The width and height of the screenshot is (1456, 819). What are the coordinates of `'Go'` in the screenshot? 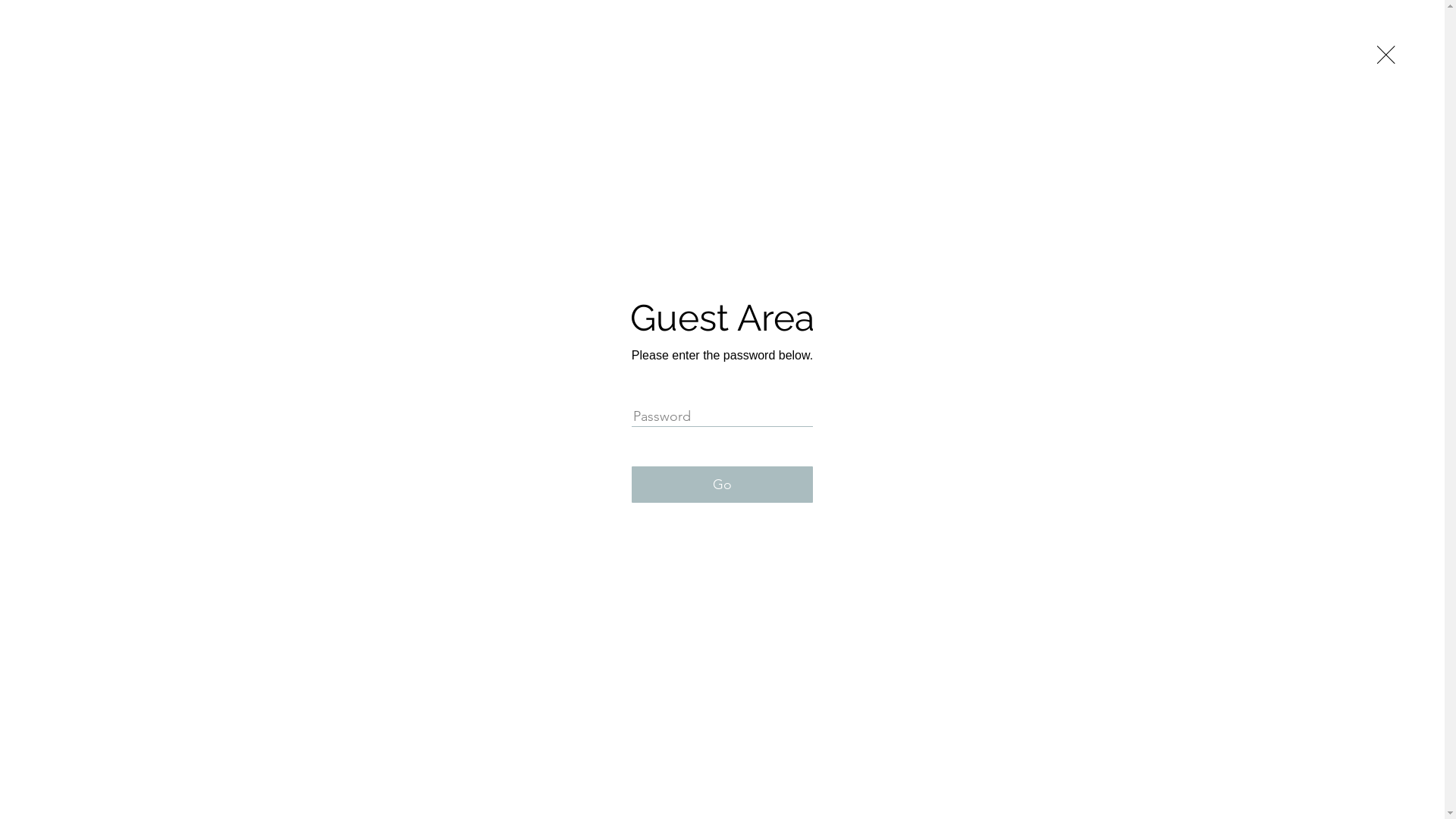 It's located at (721, 485).